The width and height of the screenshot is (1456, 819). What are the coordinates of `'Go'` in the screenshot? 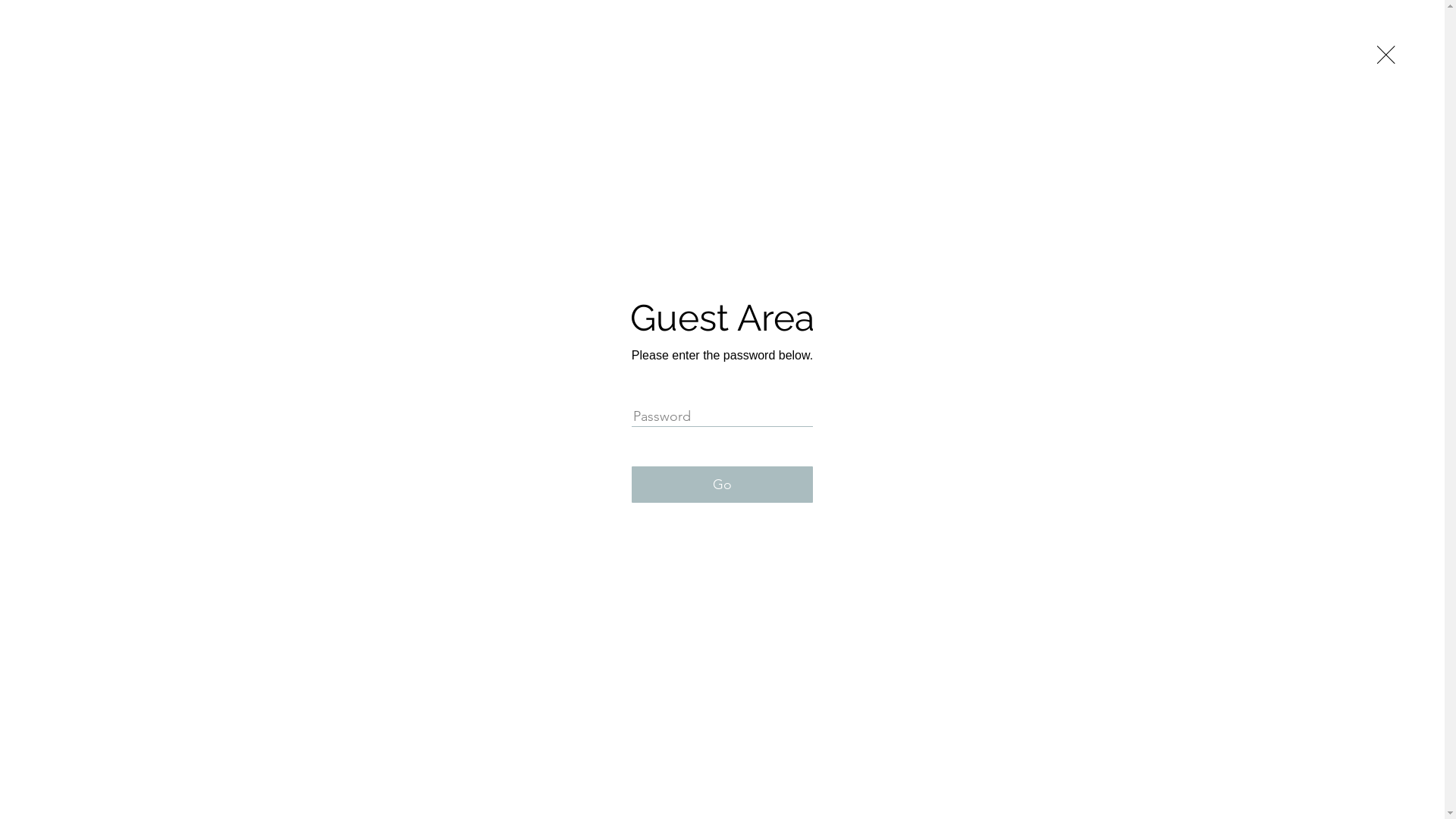 It's located at (721, 485).